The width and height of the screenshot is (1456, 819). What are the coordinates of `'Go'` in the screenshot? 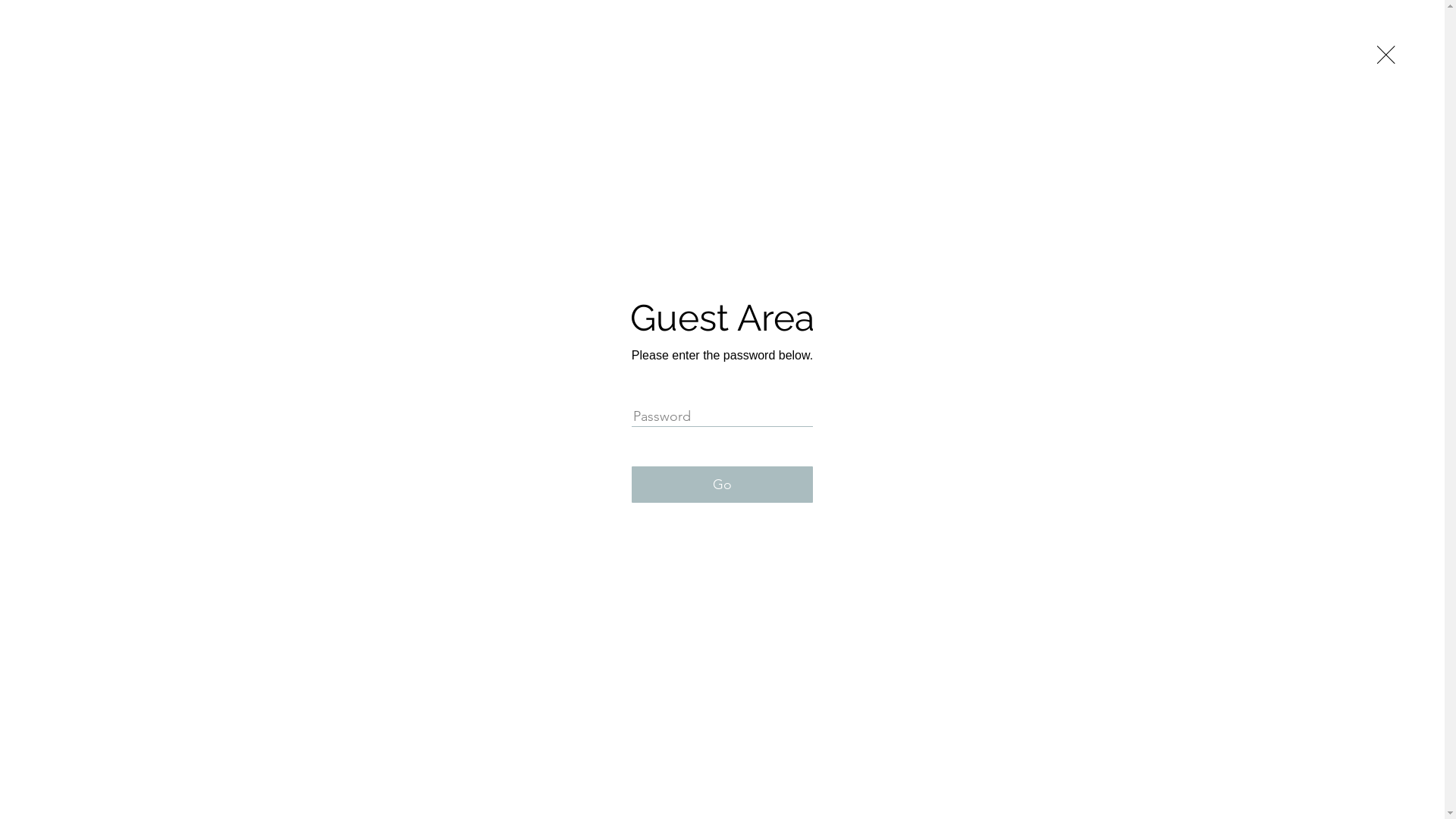 It's located at (721, 485).